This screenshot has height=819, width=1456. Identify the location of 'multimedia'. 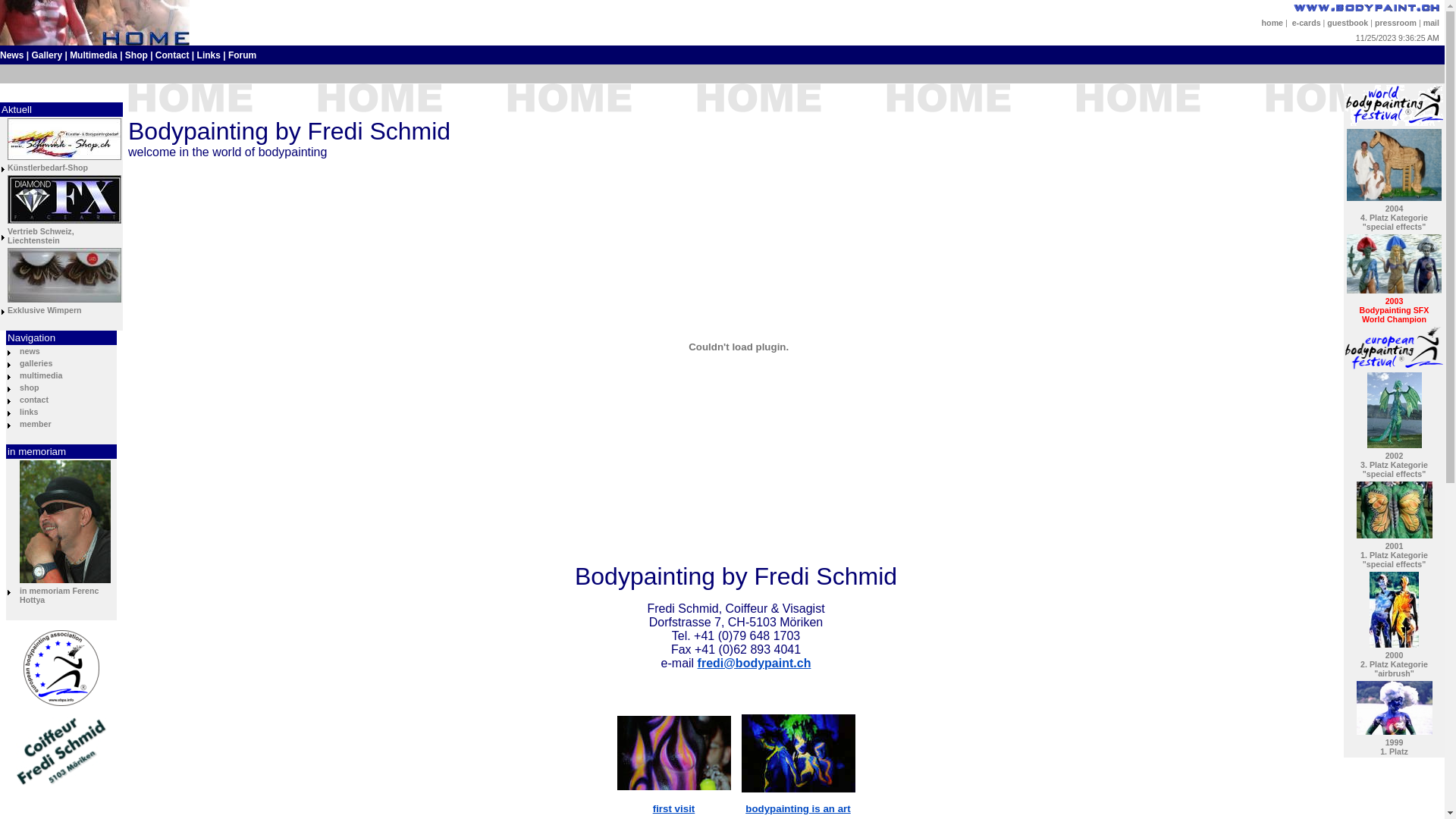
(40, 375).